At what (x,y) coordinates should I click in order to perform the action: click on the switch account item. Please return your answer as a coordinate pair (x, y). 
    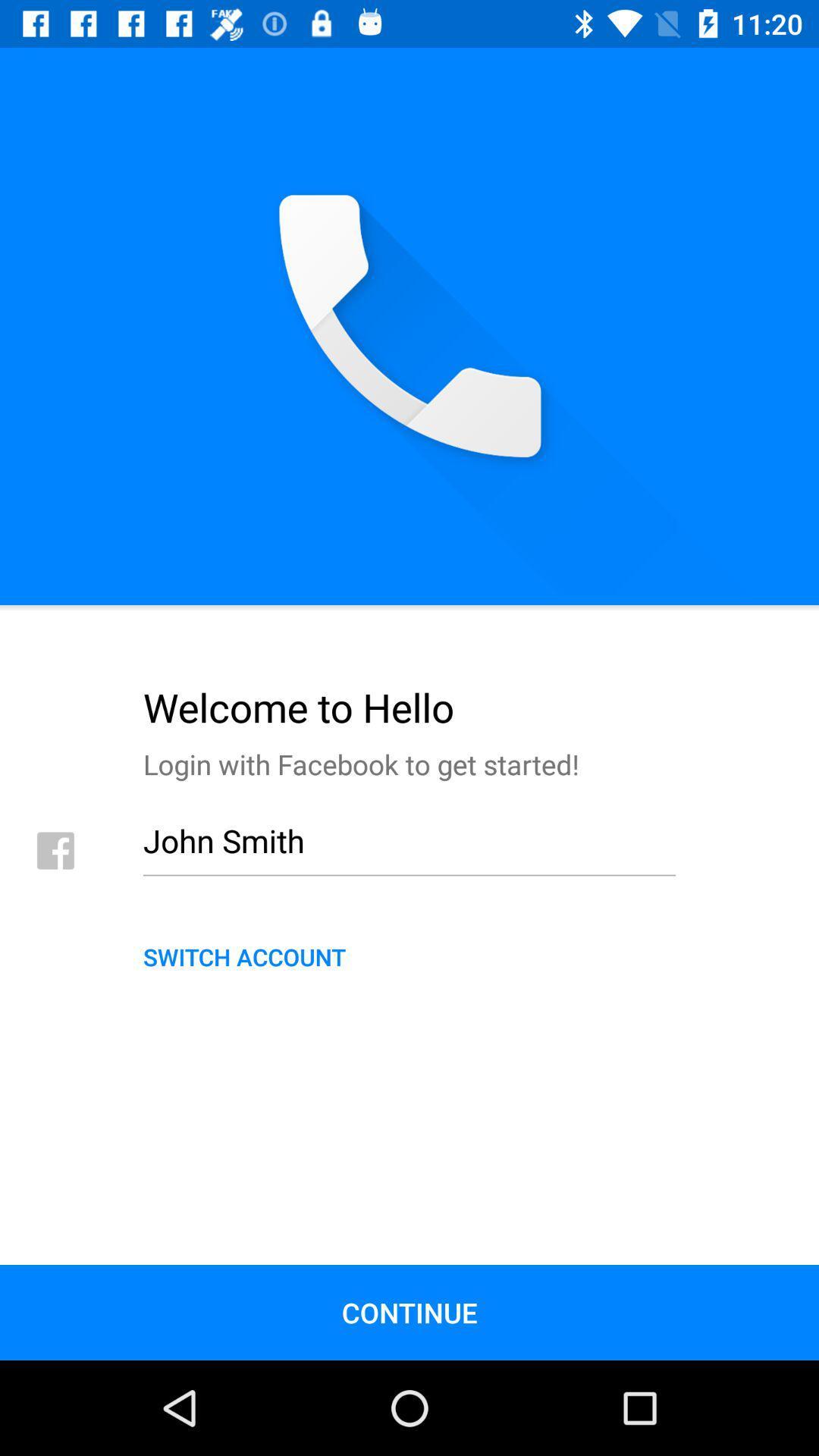
    Looking at the image, I should click on (409, 955).